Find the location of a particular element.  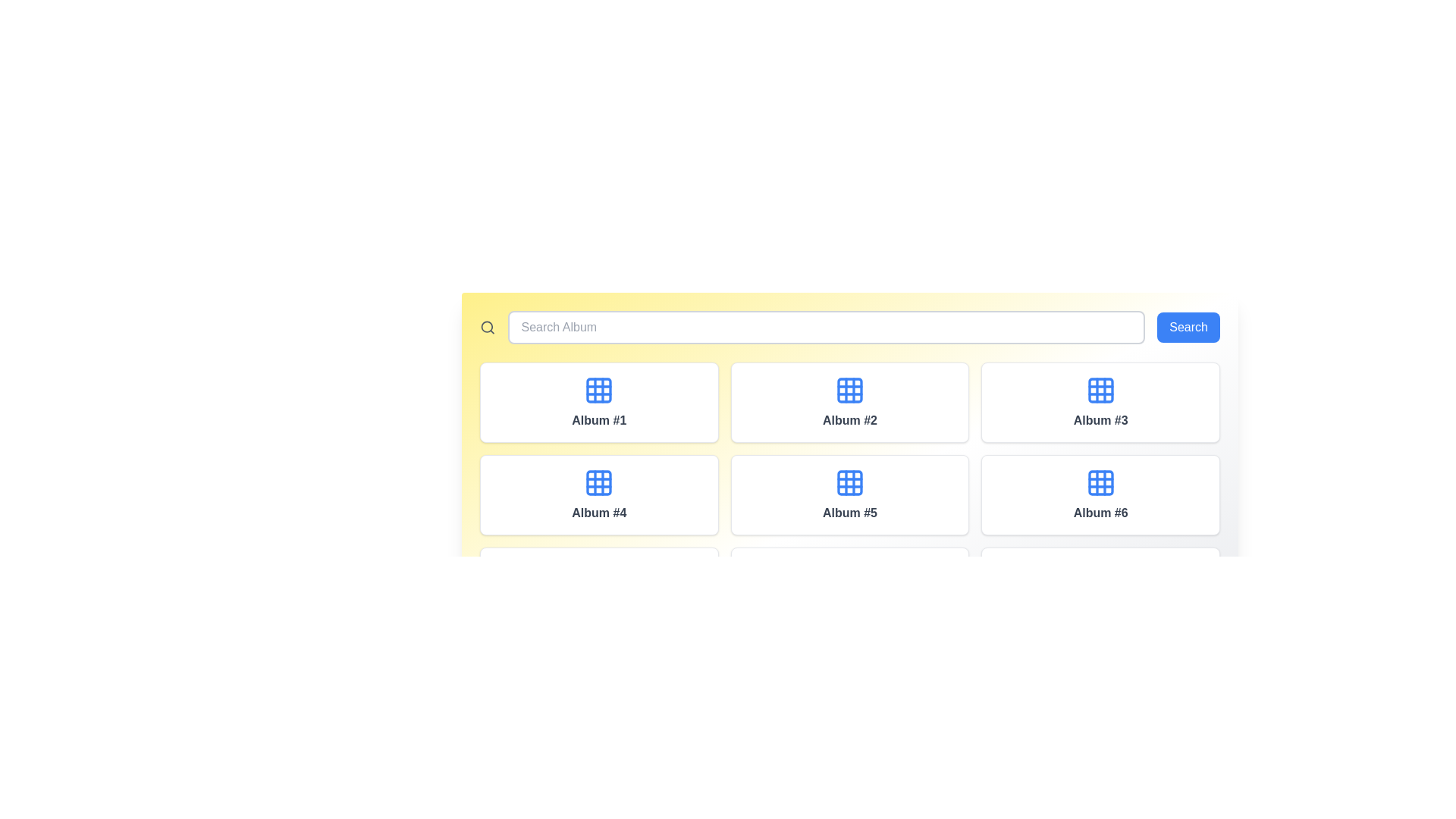

the album icon located in the top row of the album grid, positioned above the text 'Album #1' is located at coordinates (598, 390).